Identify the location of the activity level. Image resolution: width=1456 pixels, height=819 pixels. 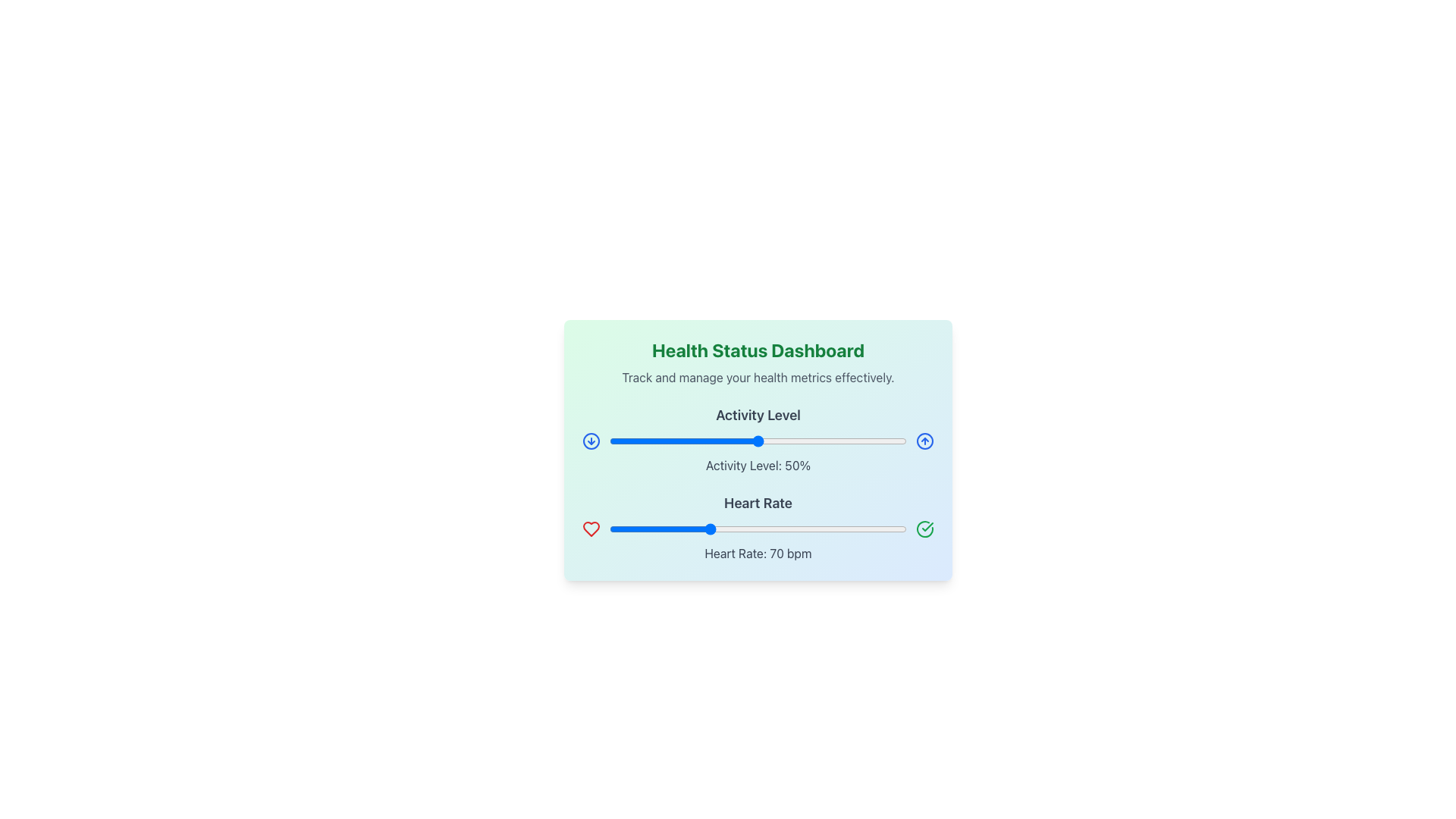
(892, 441).